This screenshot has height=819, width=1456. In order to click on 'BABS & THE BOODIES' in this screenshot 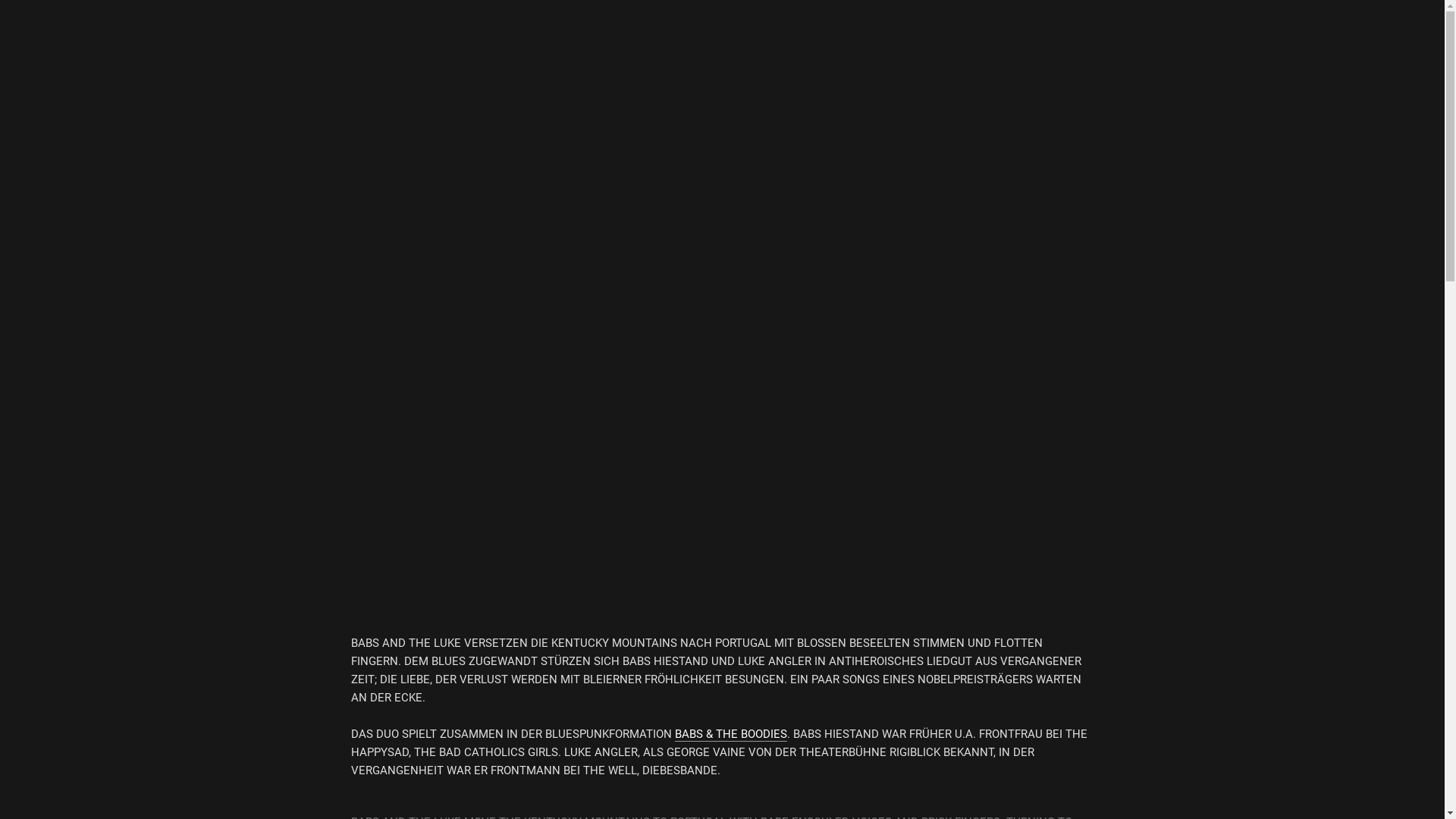, I will do `click(731, 733)`.